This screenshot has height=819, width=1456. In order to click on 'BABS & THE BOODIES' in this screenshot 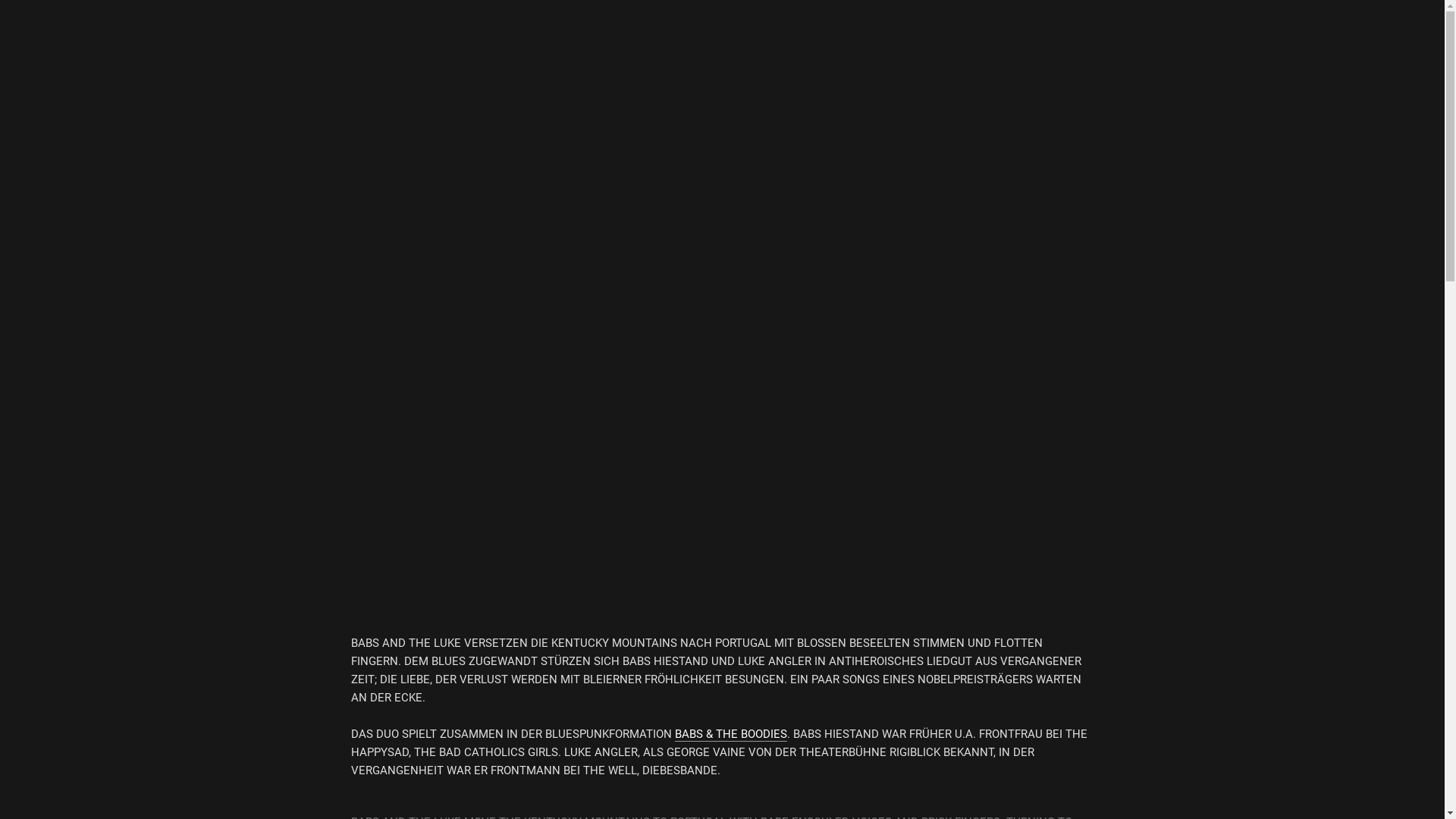, I will do `click(731, 733)`.